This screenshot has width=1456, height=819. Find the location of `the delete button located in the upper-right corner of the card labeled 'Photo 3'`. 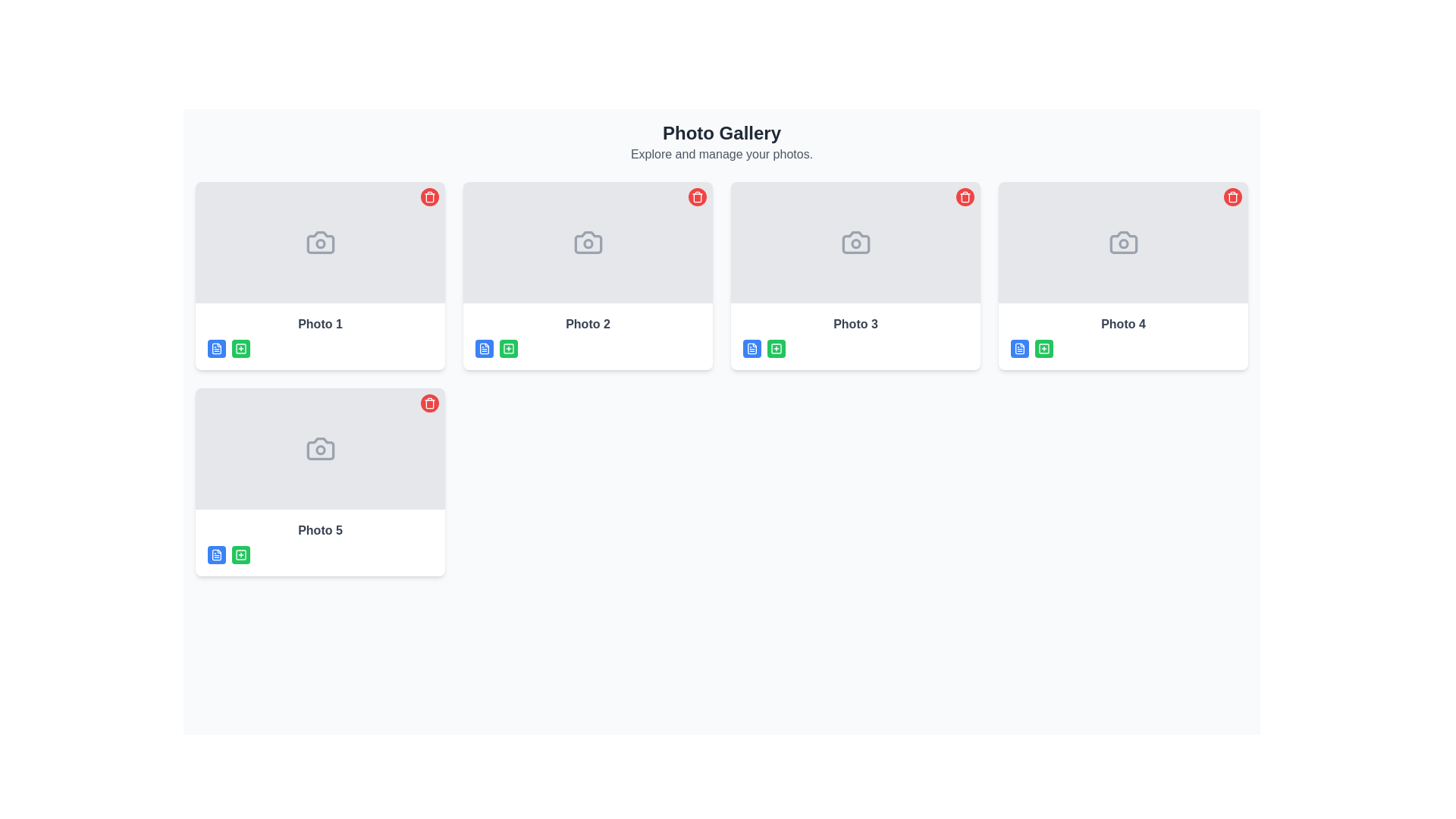

the delete button located in the upper-right corner of the card labeled 'Photo 3' is located at coordinates (964, 196).